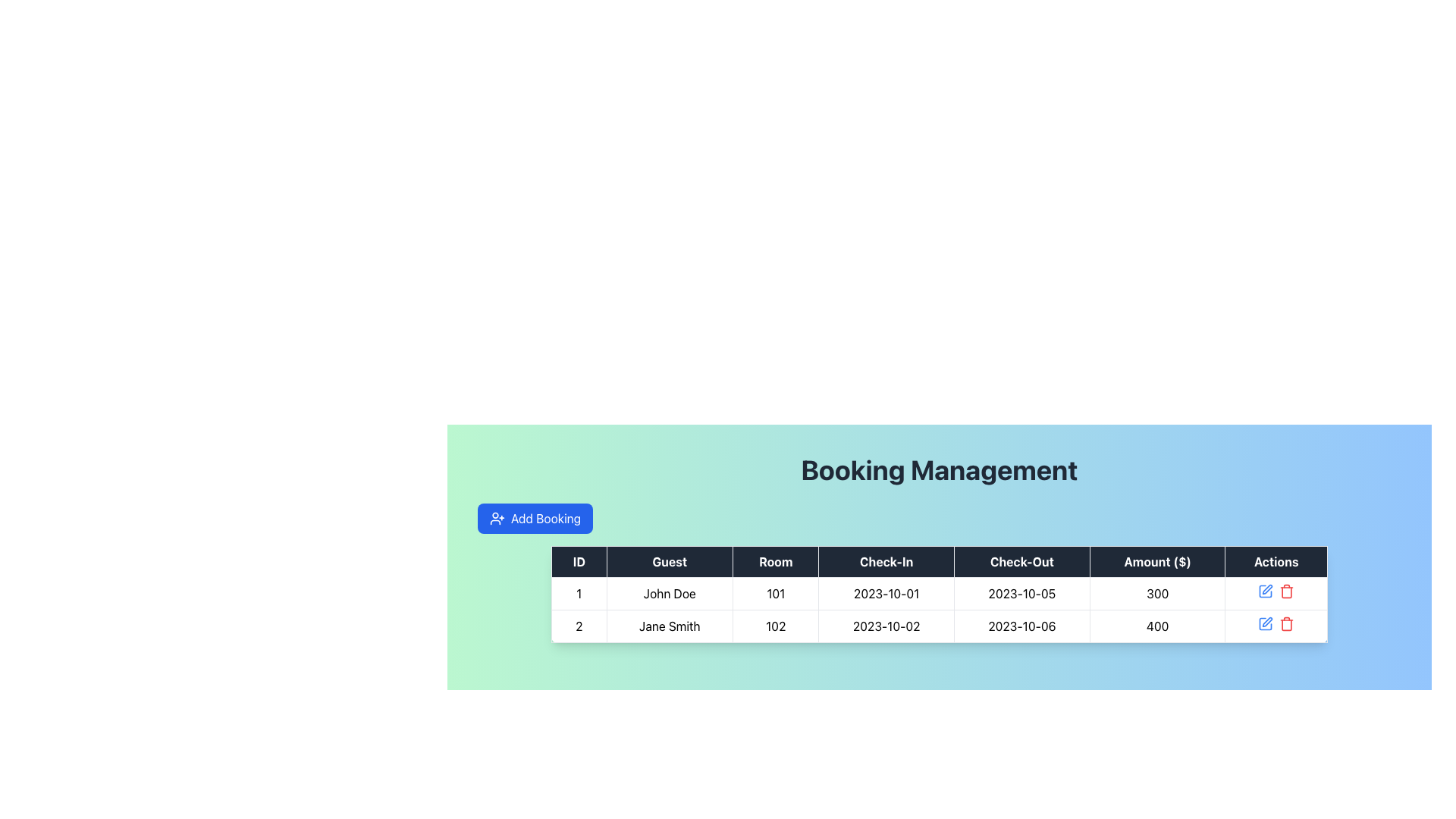  Describe the element at coordinates (669, 561) in the screenshot. I see `the Table Header Cell that indicates the 'Guest' column in the table, located between the 'ID' and 'Room' headers` at that location.